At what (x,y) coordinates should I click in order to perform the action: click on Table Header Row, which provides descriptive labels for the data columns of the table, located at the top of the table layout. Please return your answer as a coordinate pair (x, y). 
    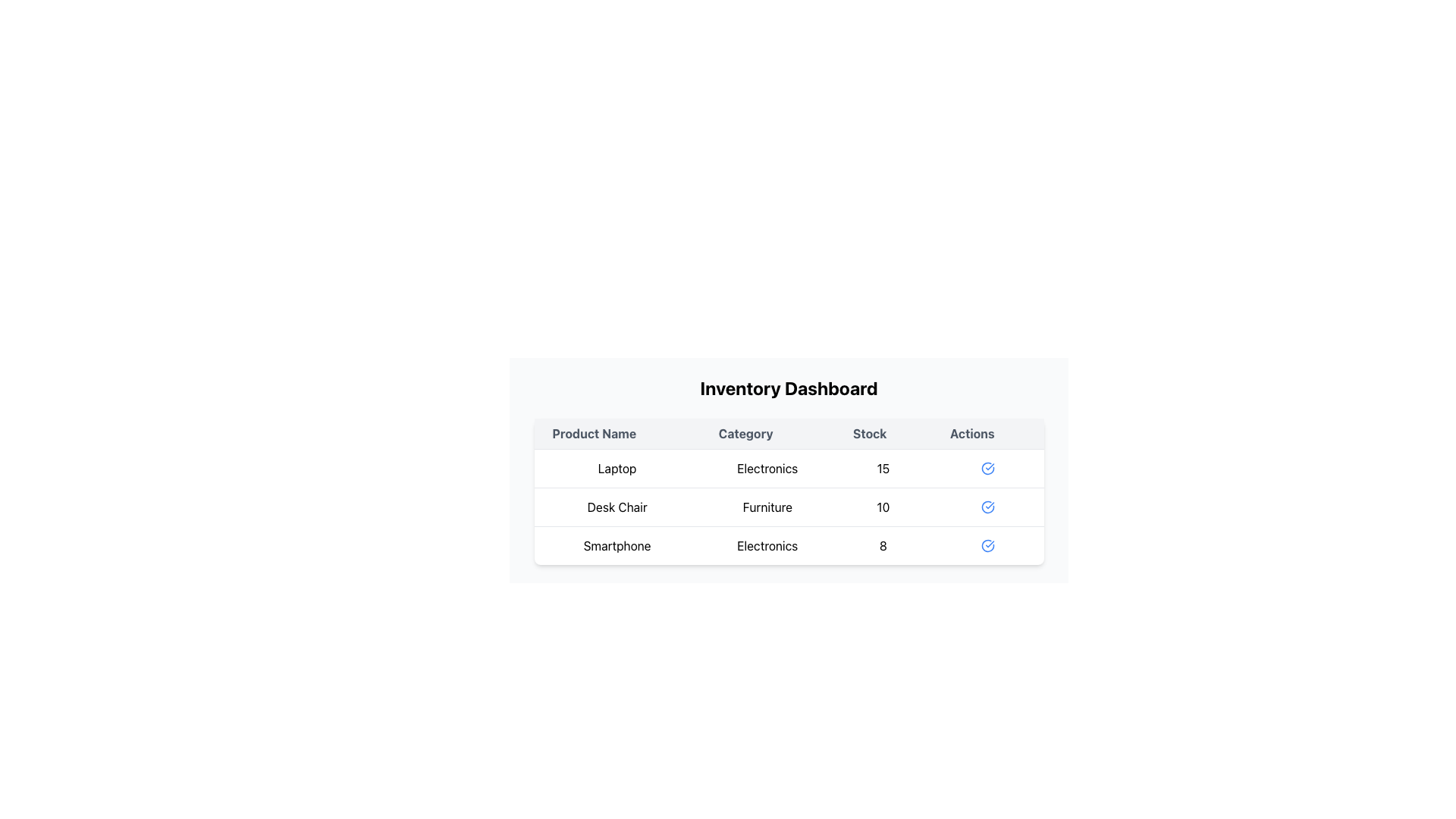
    Looking at the image, I should click on (789, 434).